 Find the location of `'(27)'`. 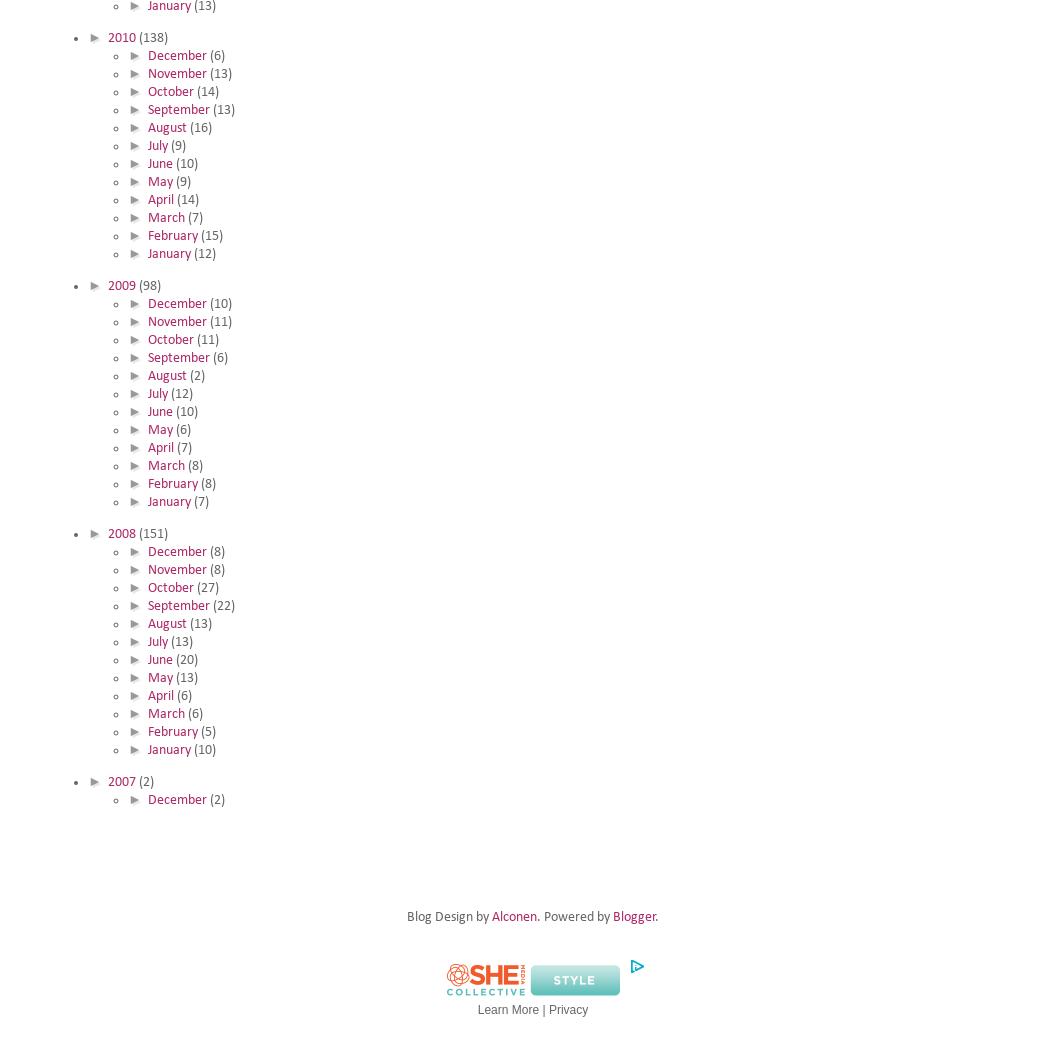

'(27)' is located at coordinates (207, 587).